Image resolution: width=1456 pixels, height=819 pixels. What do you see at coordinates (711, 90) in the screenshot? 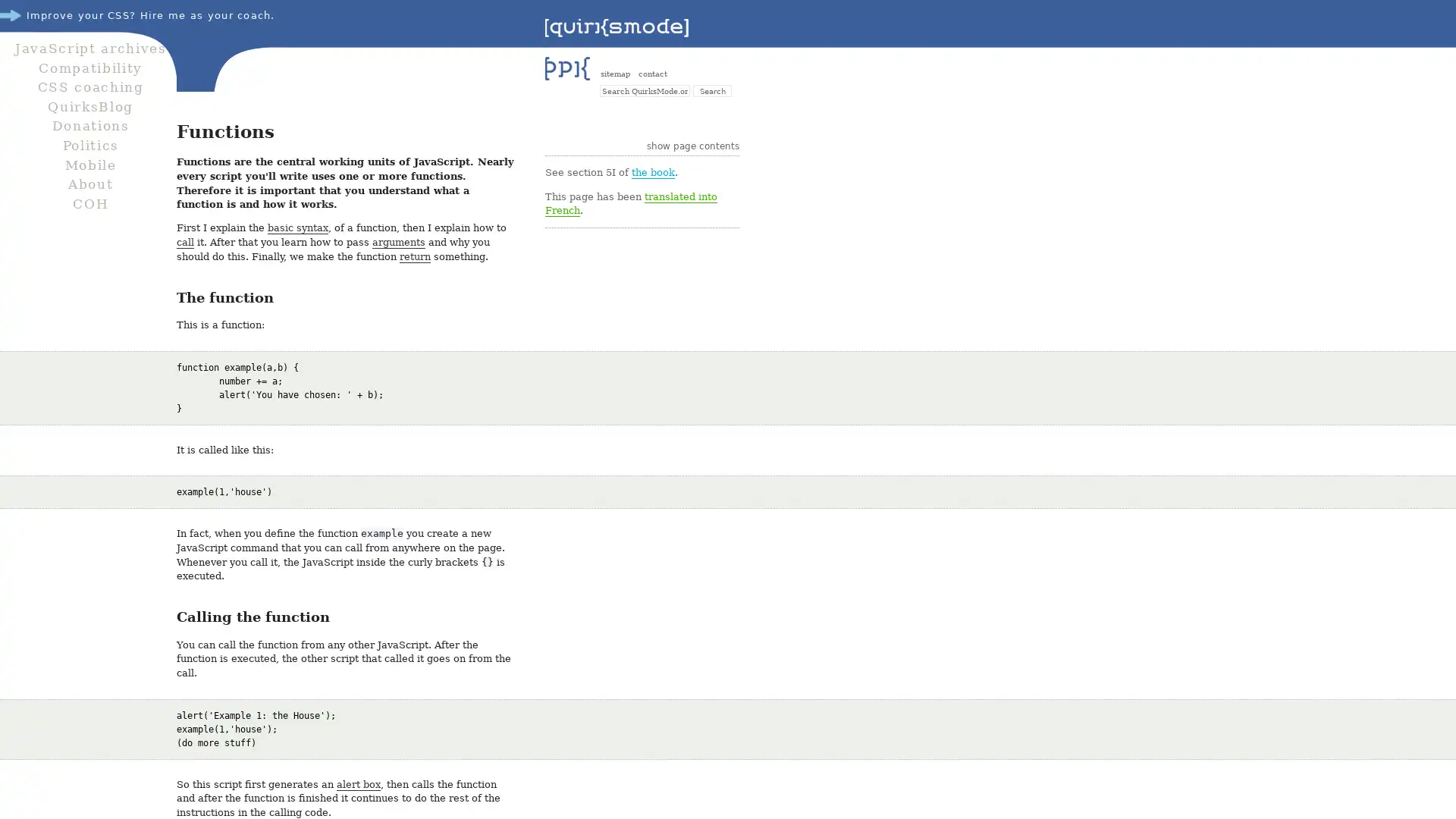
I see `Search` at bounding box center [711, 90].